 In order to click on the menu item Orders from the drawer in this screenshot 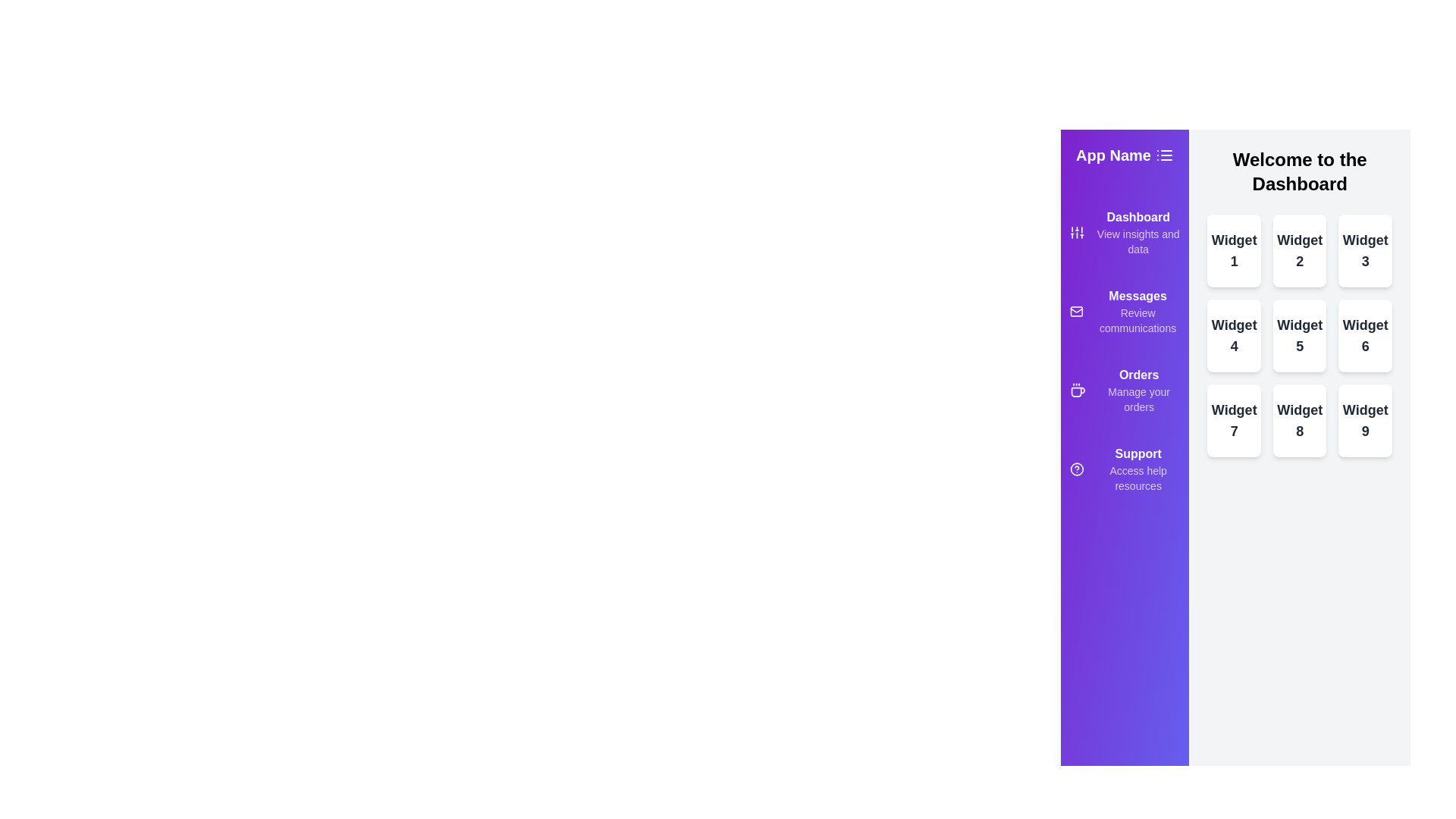, I will do `click(1125, 390)`.